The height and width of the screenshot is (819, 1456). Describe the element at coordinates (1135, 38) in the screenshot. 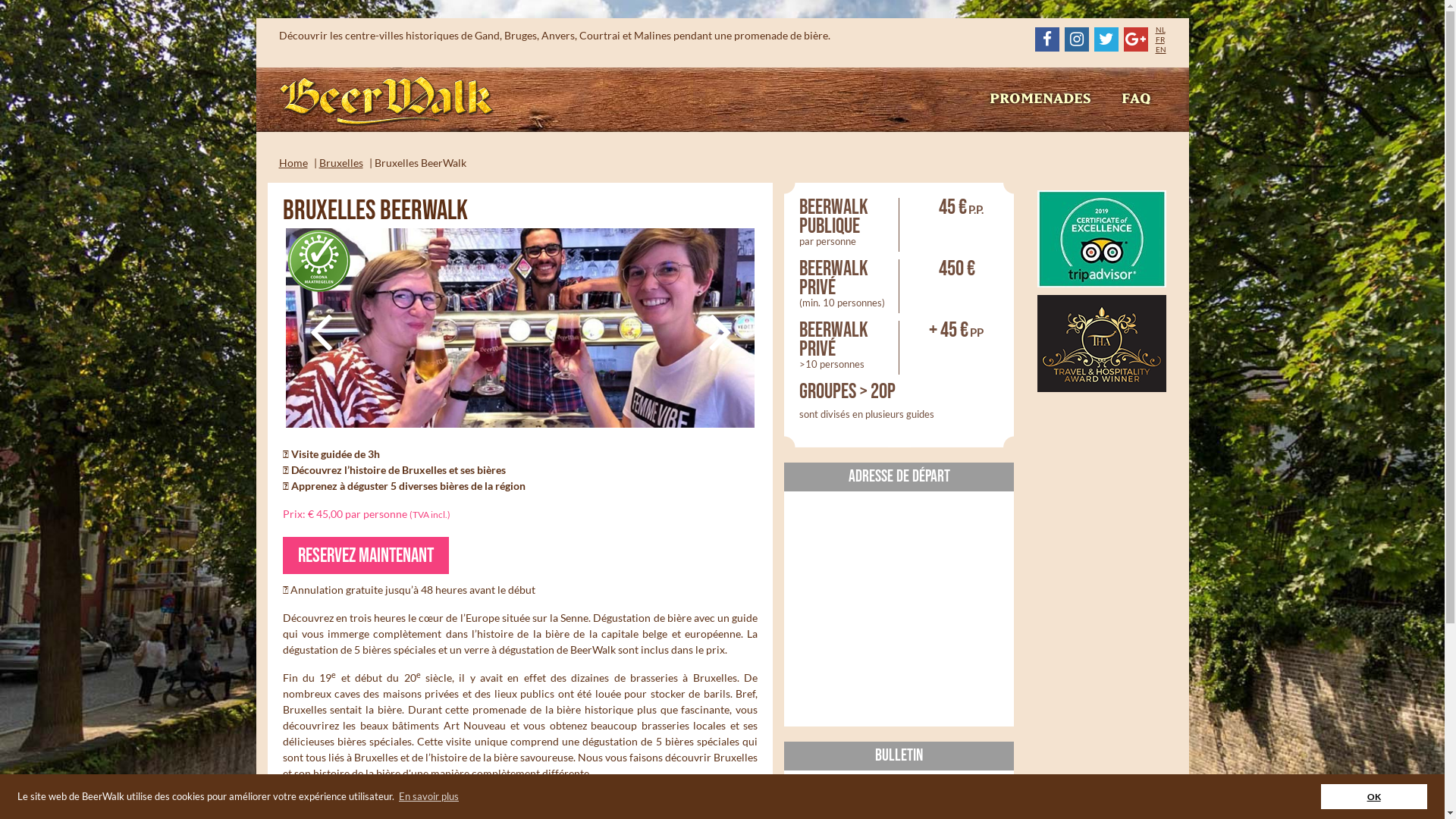

I see `'BeerWalk GooglePlus'` at that location.